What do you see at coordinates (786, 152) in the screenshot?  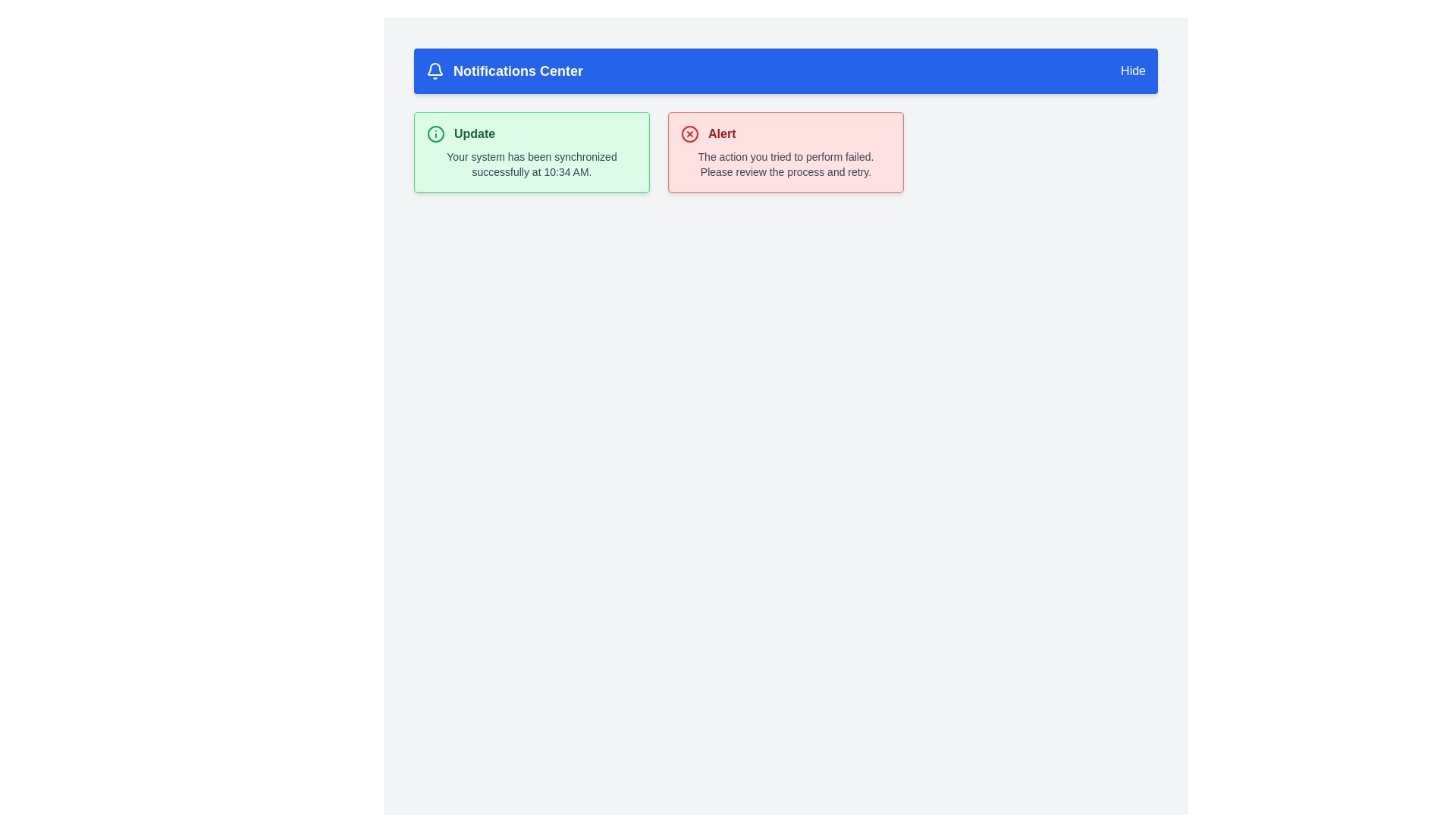 I see `the Notification component, which is a warning message with a red border and background, containing an error icon and the title 'Alert' in bold red text` at bounding box center [786, 152].